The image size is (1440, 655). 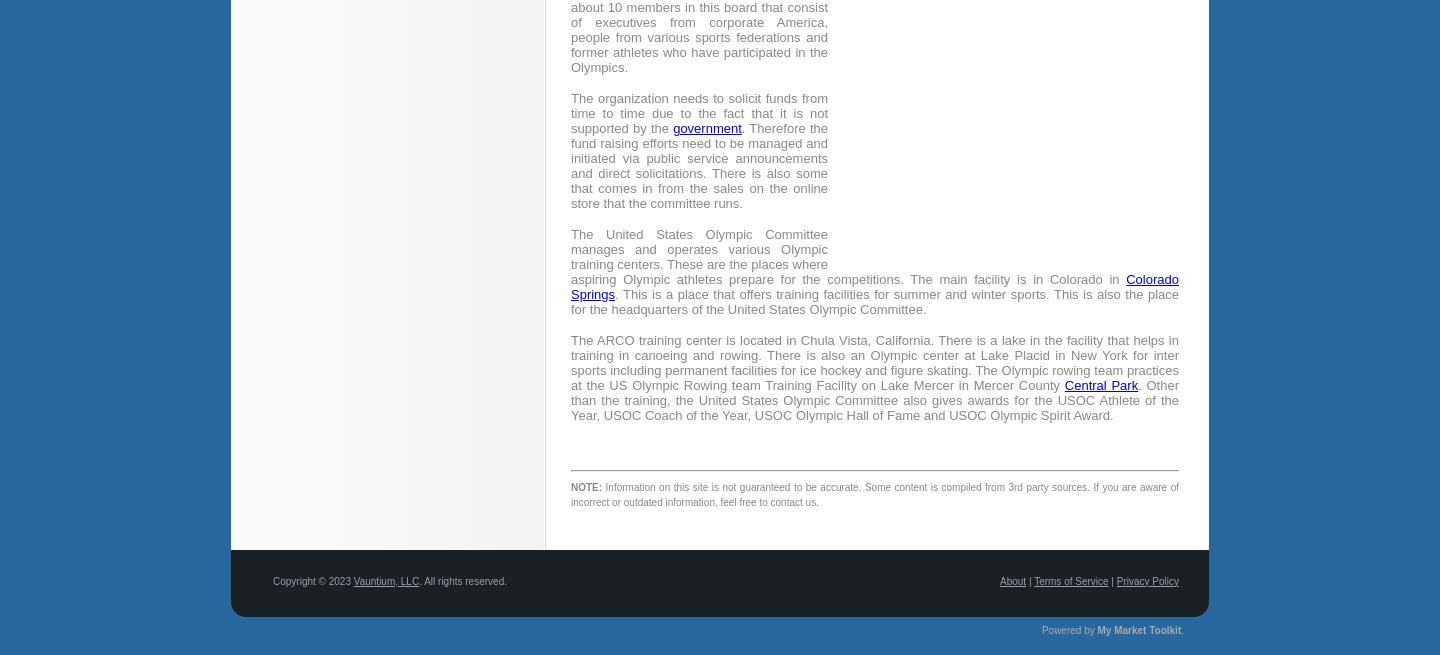 What do you see at coordinates (418, 580) in the screenshot?
I see `'. All rights reserved.'` at bounding box center [418, 580].